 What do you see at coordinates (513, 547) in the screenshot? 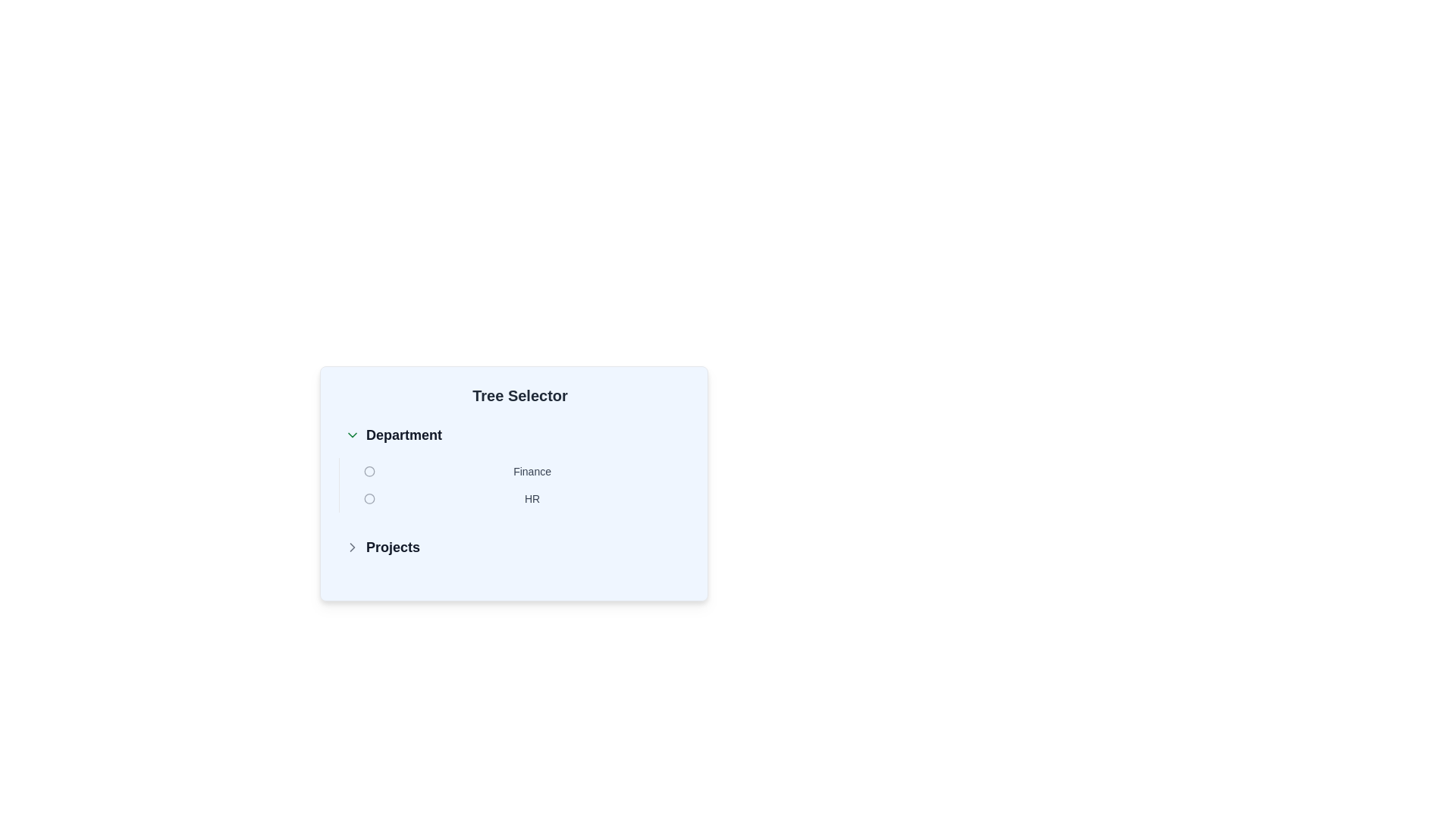
I see `the 'Projects' Toggle button located at the center of the element, which is situated towards the middle of a light blue background and is the last item` at bounding box center [513, 547].